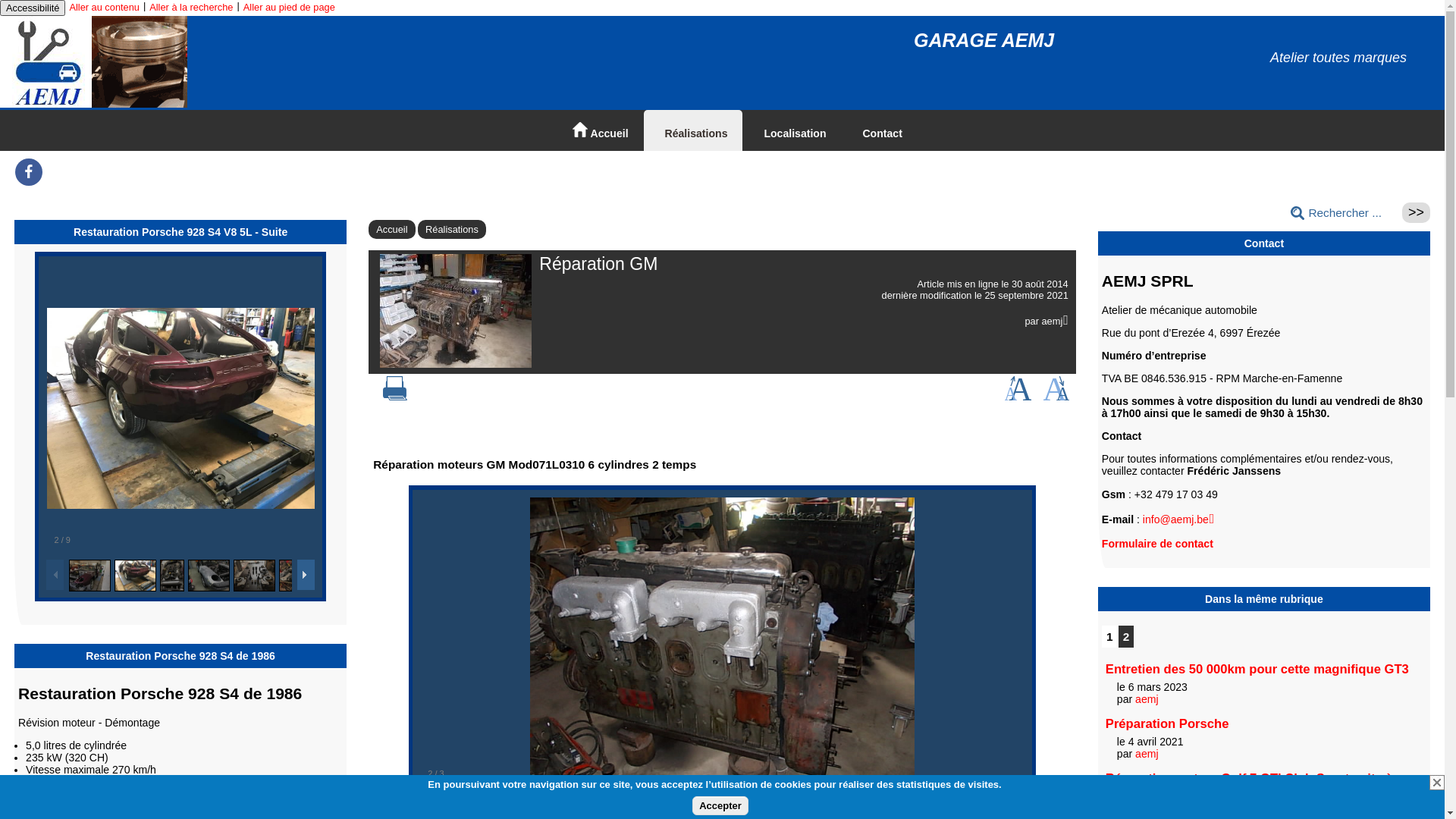 This screenshot has width=1456, height=819. Describe the element at coordinates (395, 396) in the screenshot. I see `'Imprimer'` at that location.